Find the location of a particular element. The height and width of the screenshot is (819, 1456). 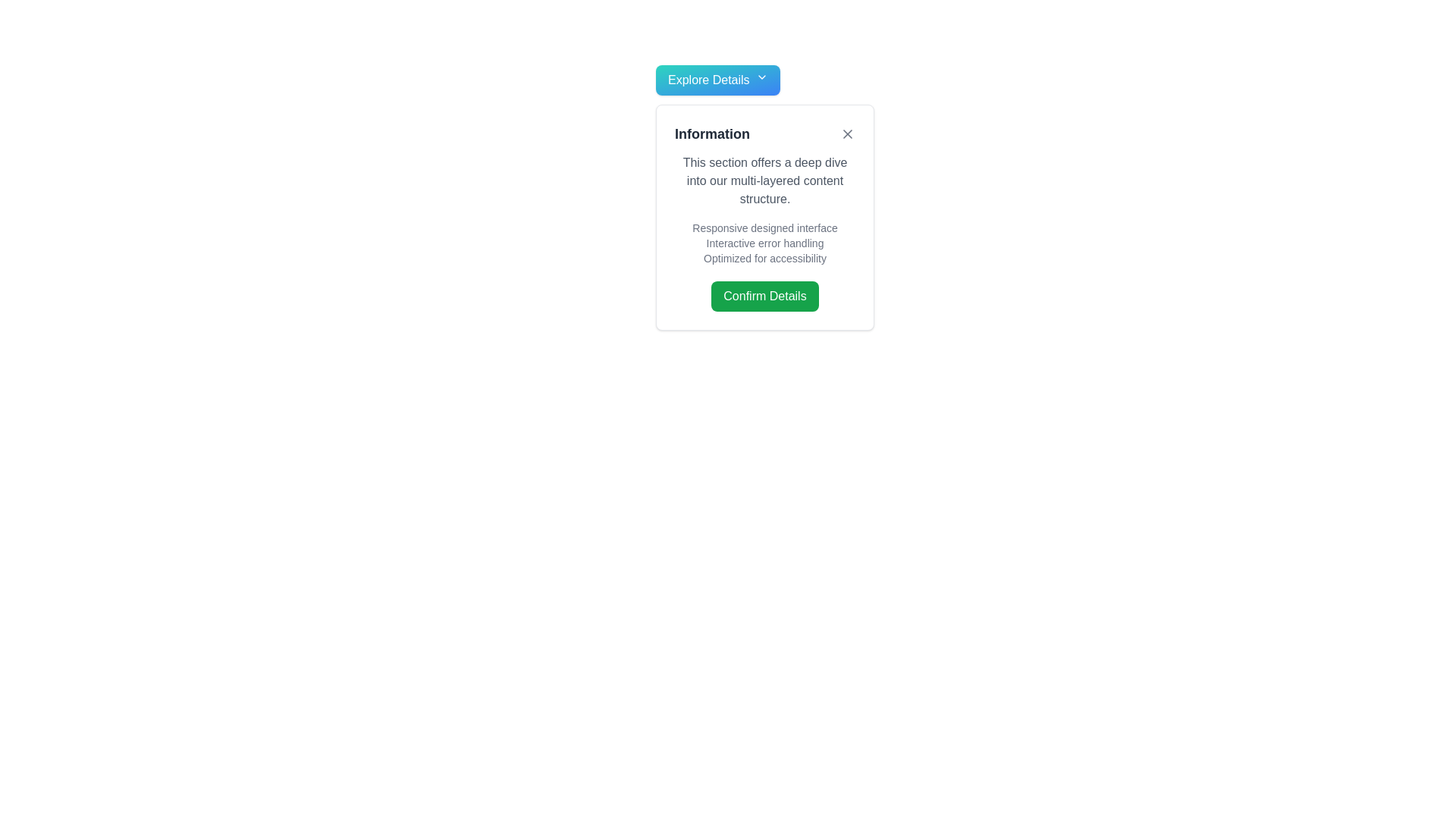

the static text label displaying 'Responsive designed interface' is located at coordinates (764, 227).